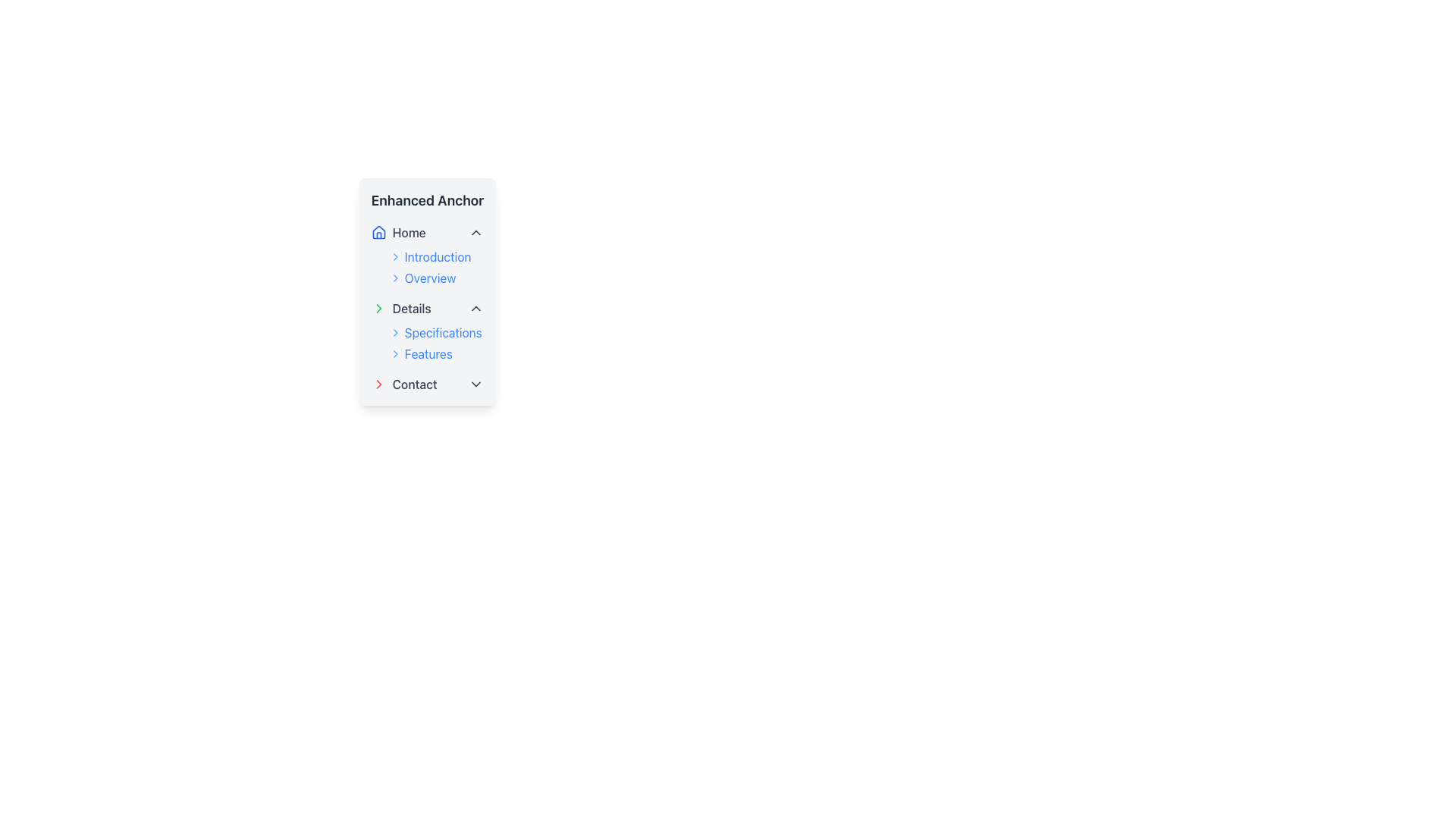  I want to click on the link that navigates to the 'Features' section, which is the second entry under 'Specifications' in the vertical list under 'Details.', so click(436, 353).